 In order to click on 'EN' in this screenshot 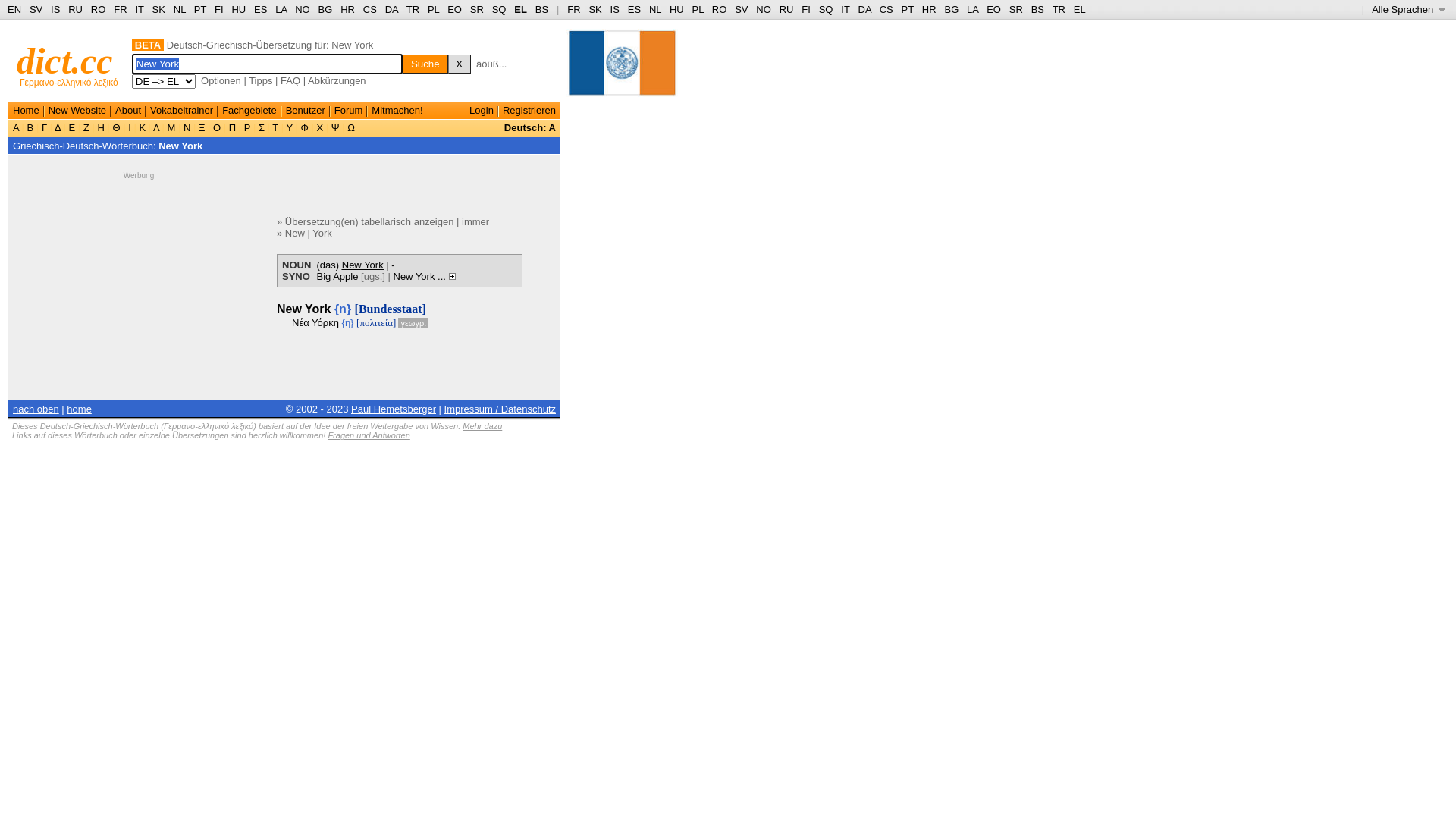, I will do `click(7, 9)`.